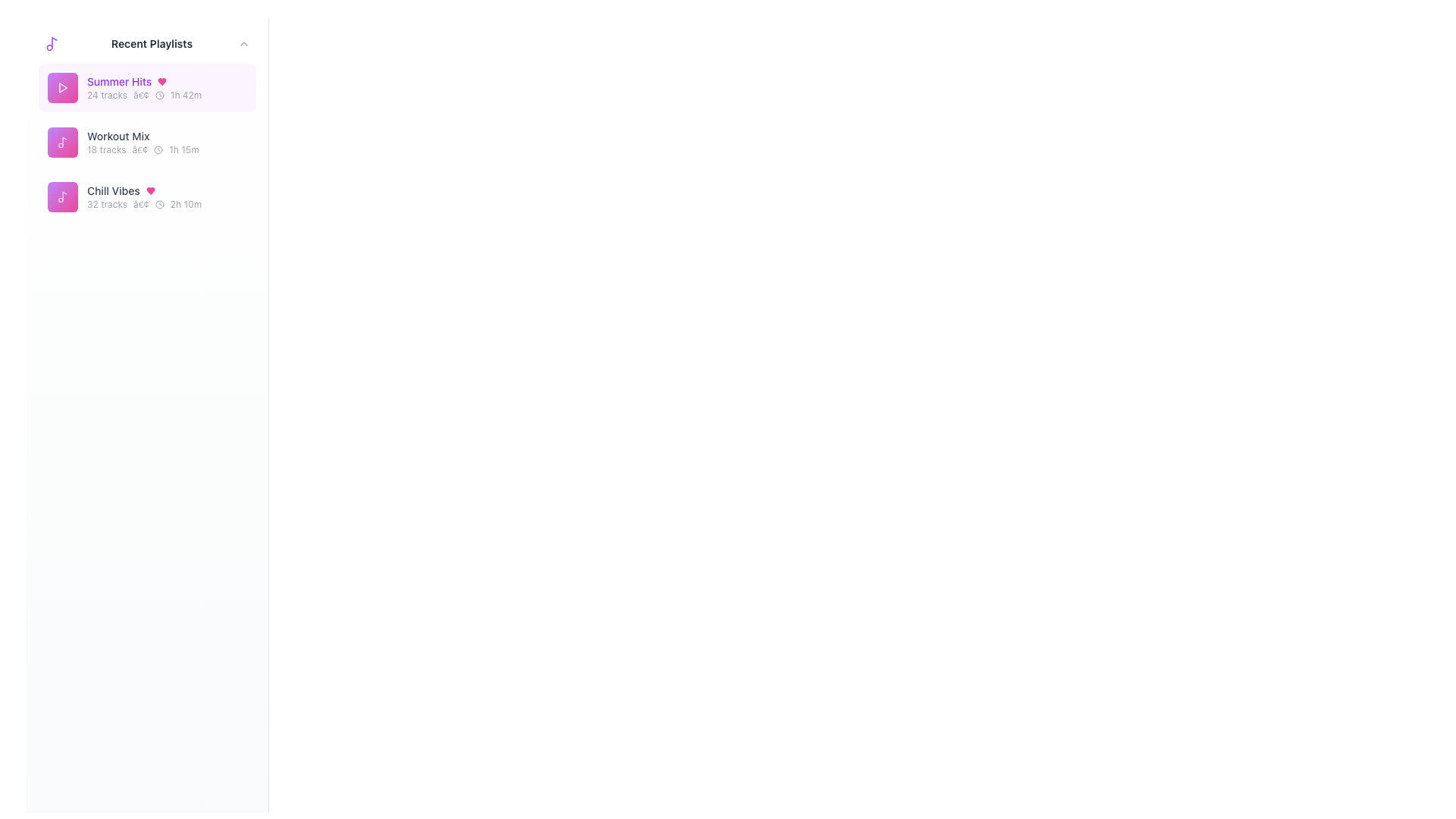 Image resolution: width=1456 pixels, height=819 pixels. Describe the element at coordinates (185, 205) in the screenshot. I see `duration displayed in the text label showing '2h 10m' at the end of the descriptive line about the playlist 'Chill Vibes'` at that location.